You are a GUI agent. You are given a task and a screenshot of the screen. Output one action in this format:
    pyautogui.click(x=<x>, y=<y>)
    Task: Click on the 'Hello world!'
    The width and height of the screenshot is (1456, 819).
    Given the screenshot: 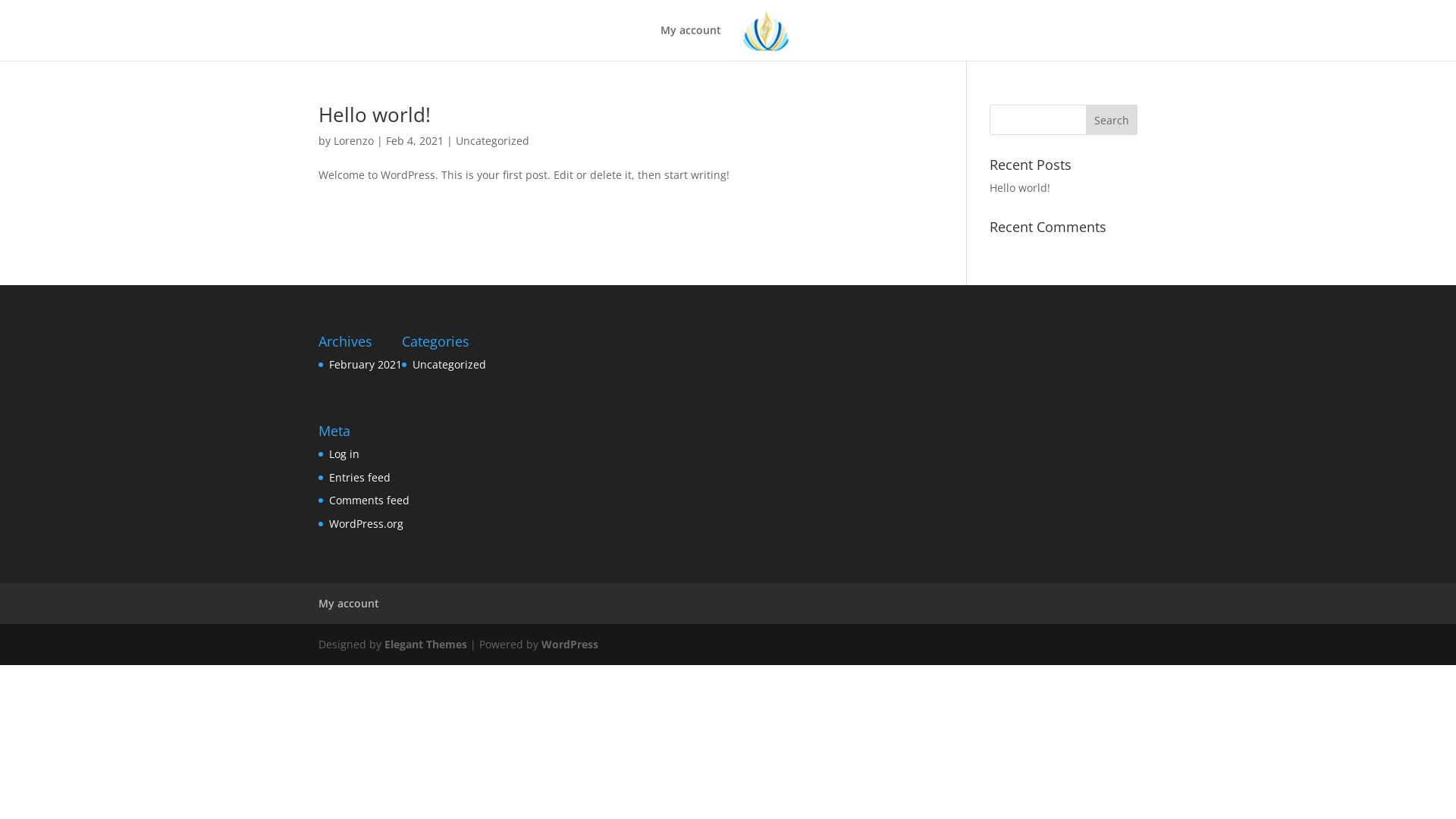 What is the action you would take?
    pyautogui.click(x=375, y=113)
    